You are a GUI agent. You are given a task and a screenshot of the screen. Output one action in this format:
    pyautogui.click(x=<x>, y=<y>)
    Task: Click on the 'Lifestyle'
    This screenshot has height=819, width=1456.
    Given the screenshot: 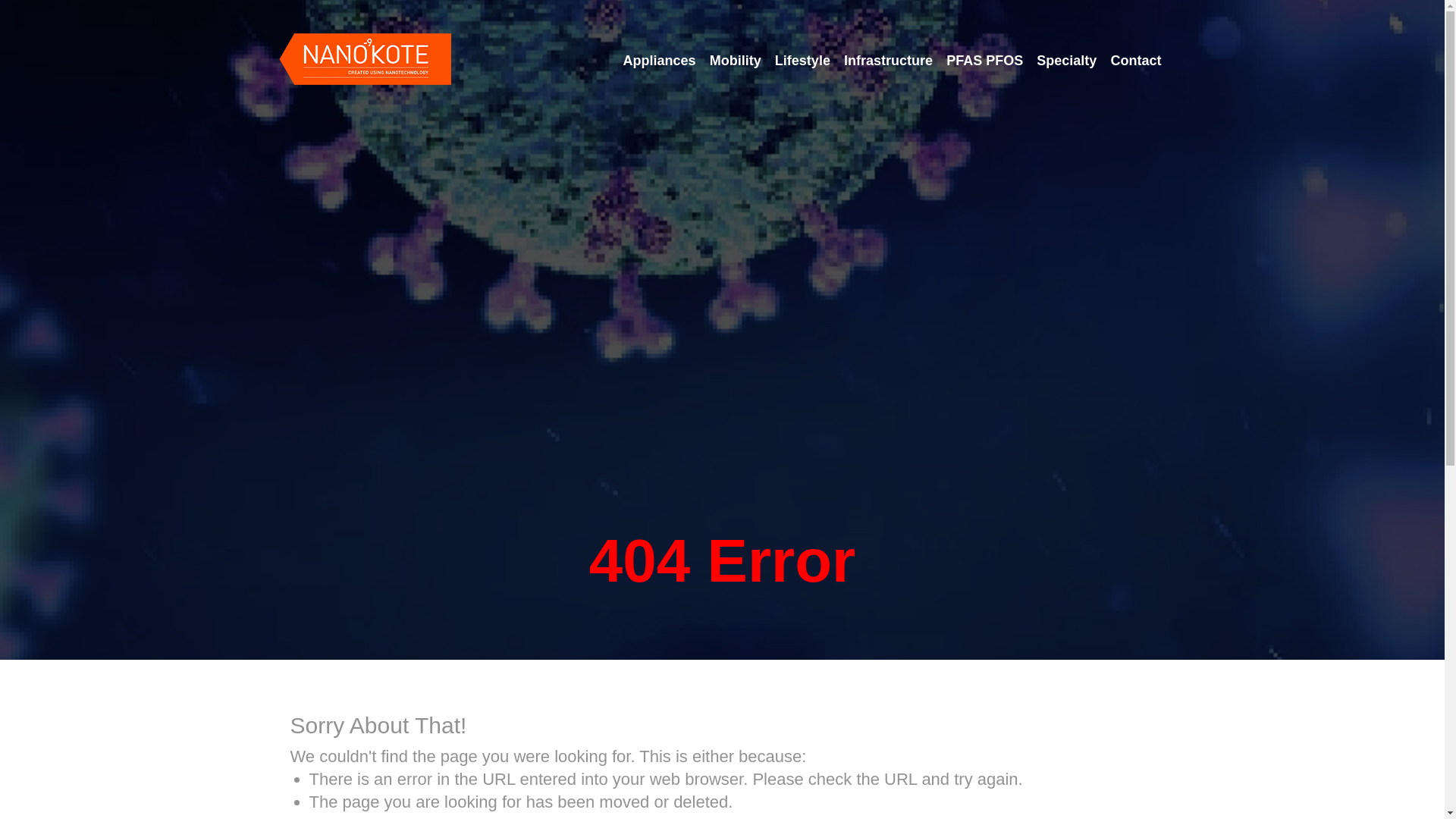 What is the action you would take?
    pyautogui.click(x=802, y=60)
    